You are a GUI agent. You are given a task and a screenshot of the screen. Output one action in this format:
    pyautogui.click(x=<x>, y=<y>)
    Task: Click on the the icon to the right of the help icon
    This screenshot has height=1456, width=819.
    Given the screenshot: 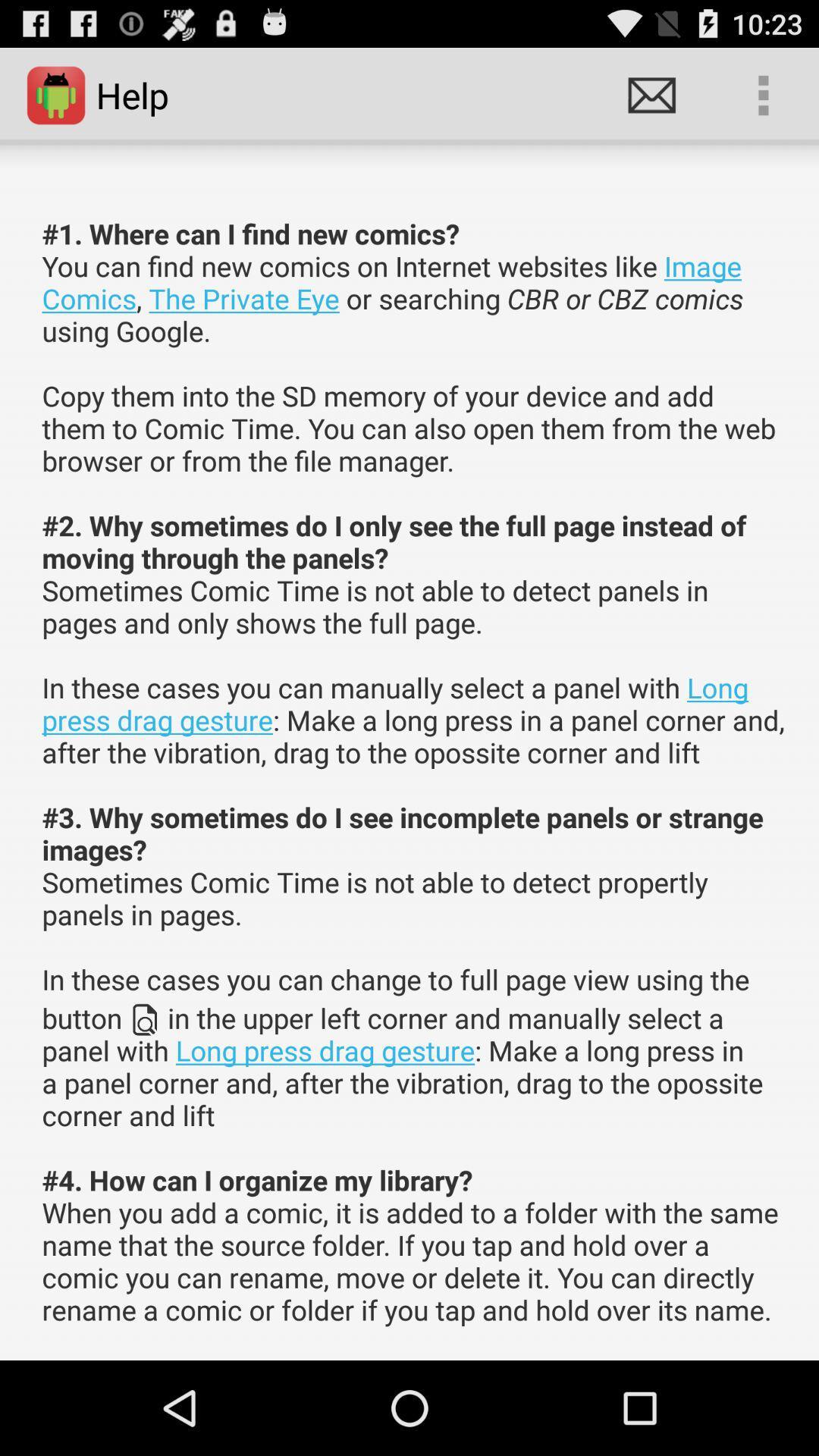 What is the action you would take?
    pyautogui.click(x=651, y=94)
    